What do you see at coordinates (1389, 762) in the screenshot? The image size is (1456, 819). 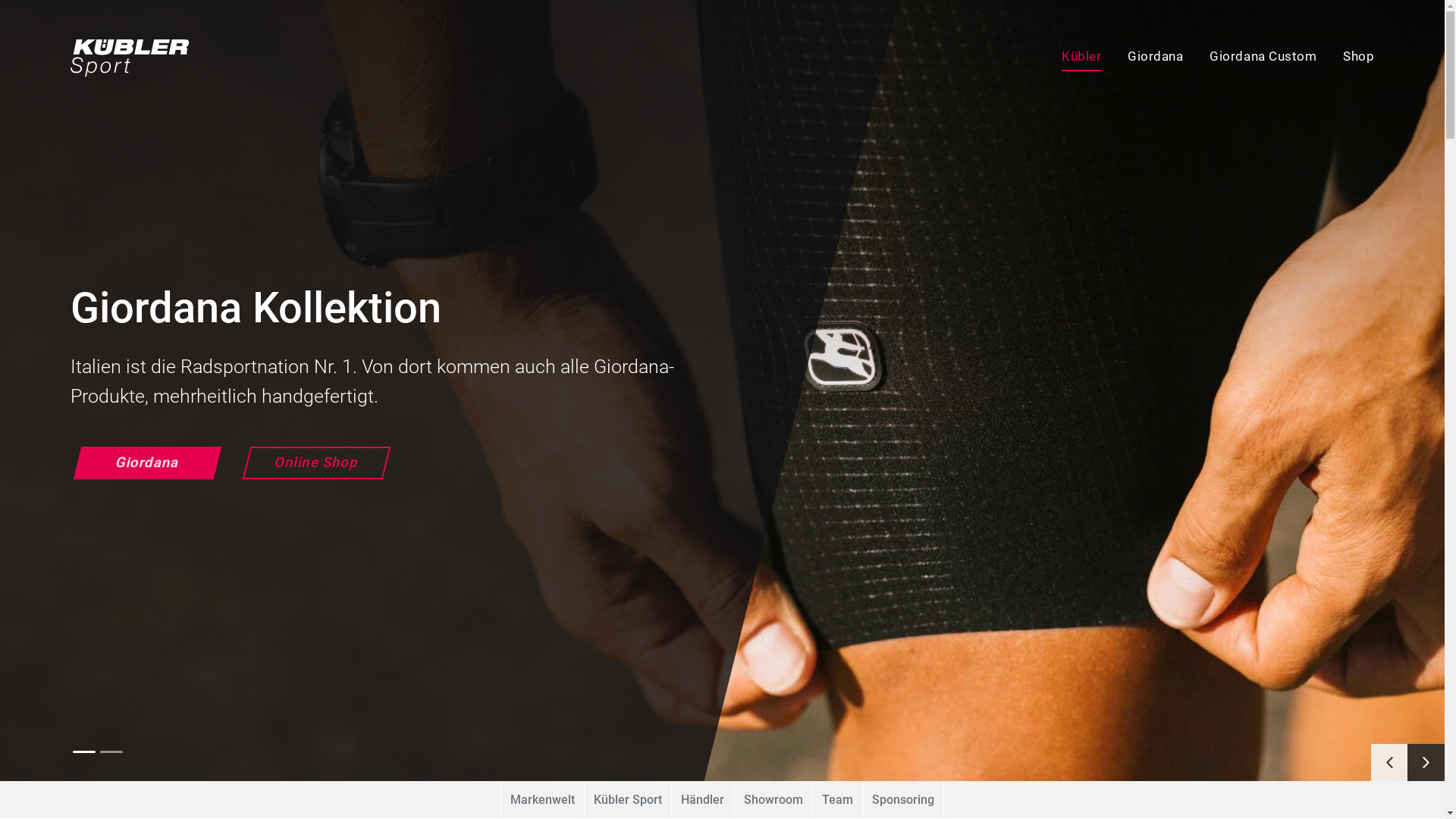 I see `'Previous'` at bounding box center [1389, 762].